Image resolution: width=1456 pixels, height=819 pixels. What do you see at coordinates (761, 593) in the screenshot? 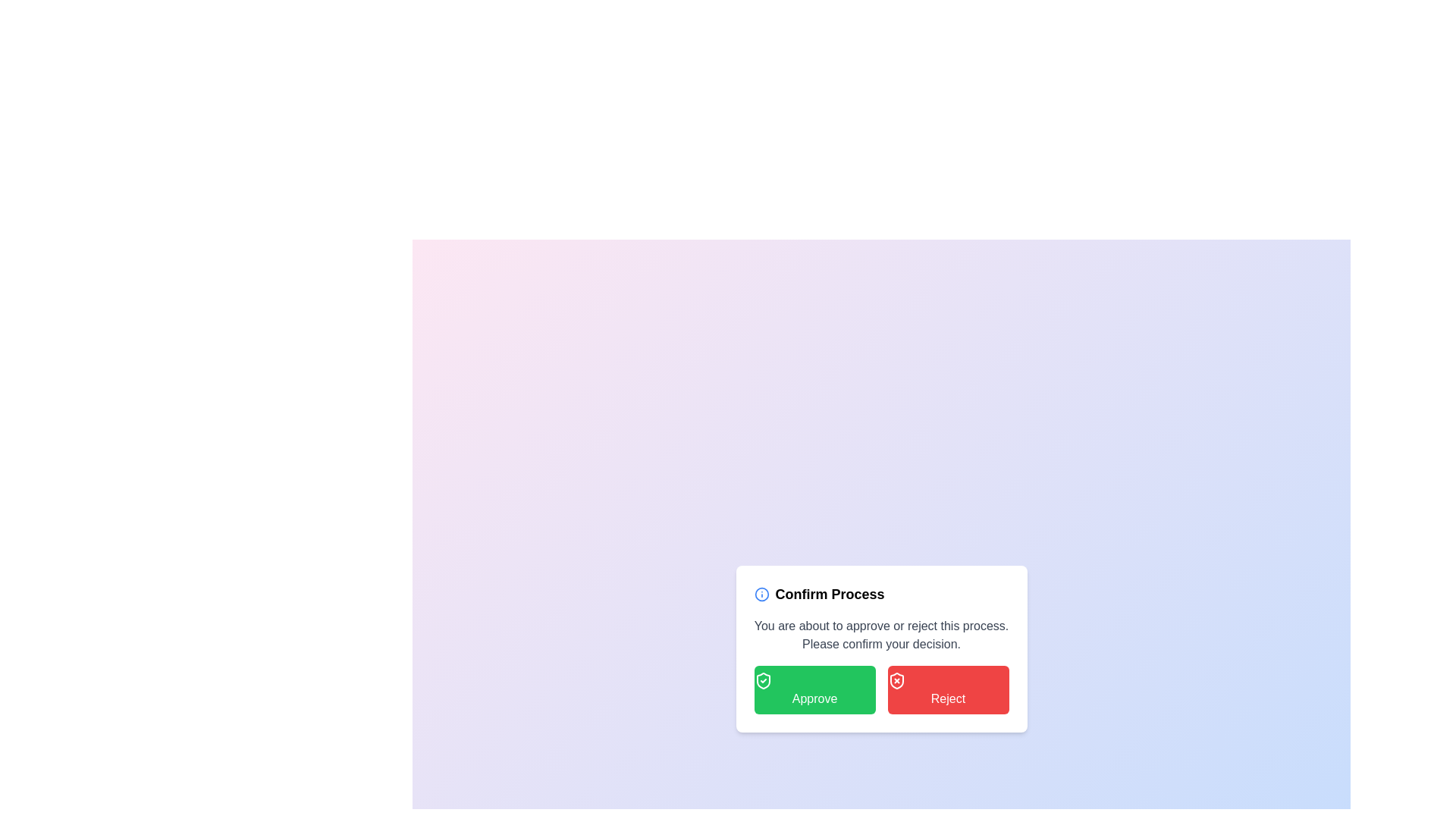
I see `the information icon located to the left of the 'Confirm Process' label within the dialog box` at bounding box center [761, 593].